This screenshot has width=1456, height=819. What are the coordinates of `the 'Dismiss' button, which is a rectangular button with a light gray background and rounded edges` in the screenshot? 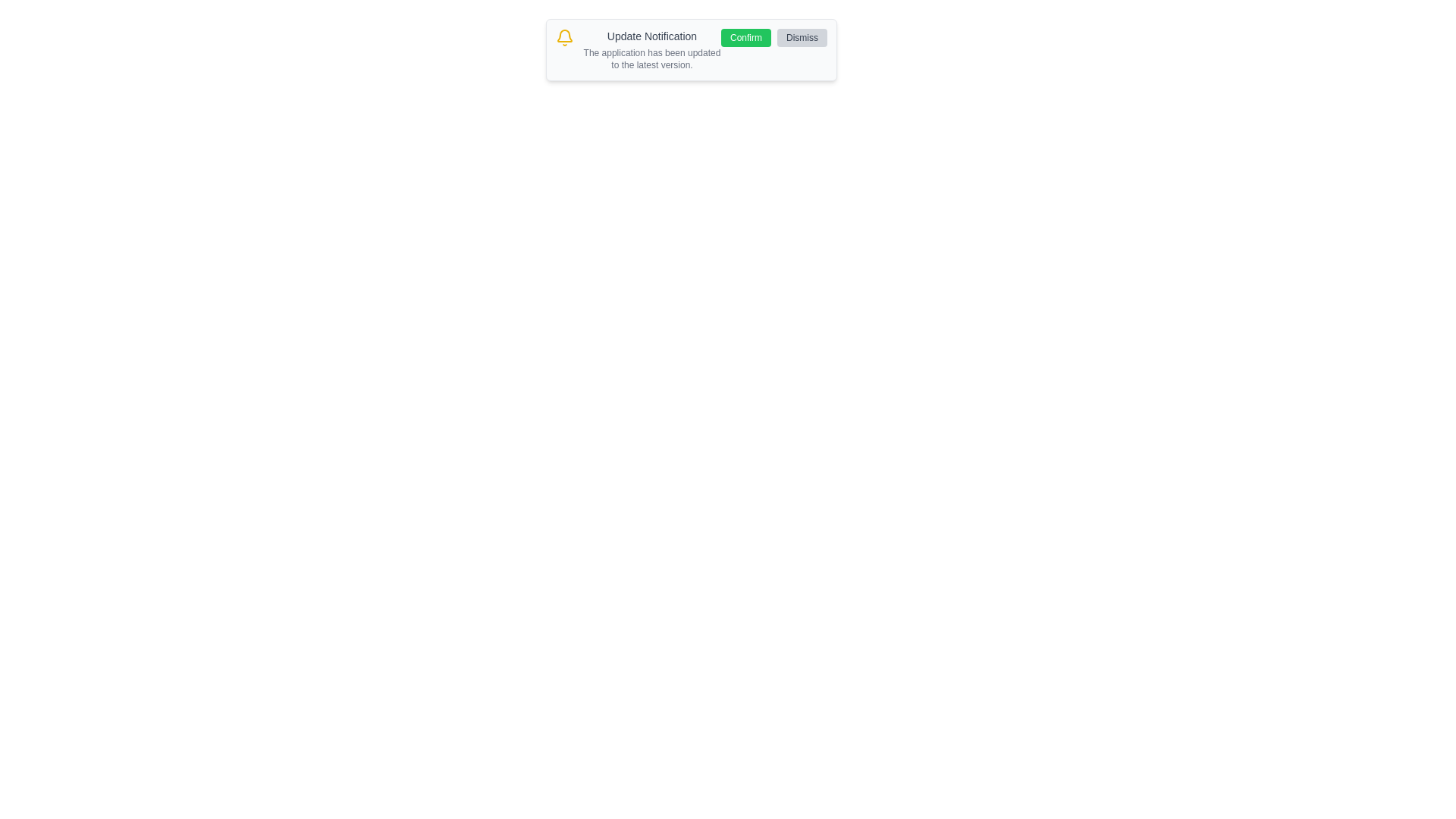 It's located at (801, 37).